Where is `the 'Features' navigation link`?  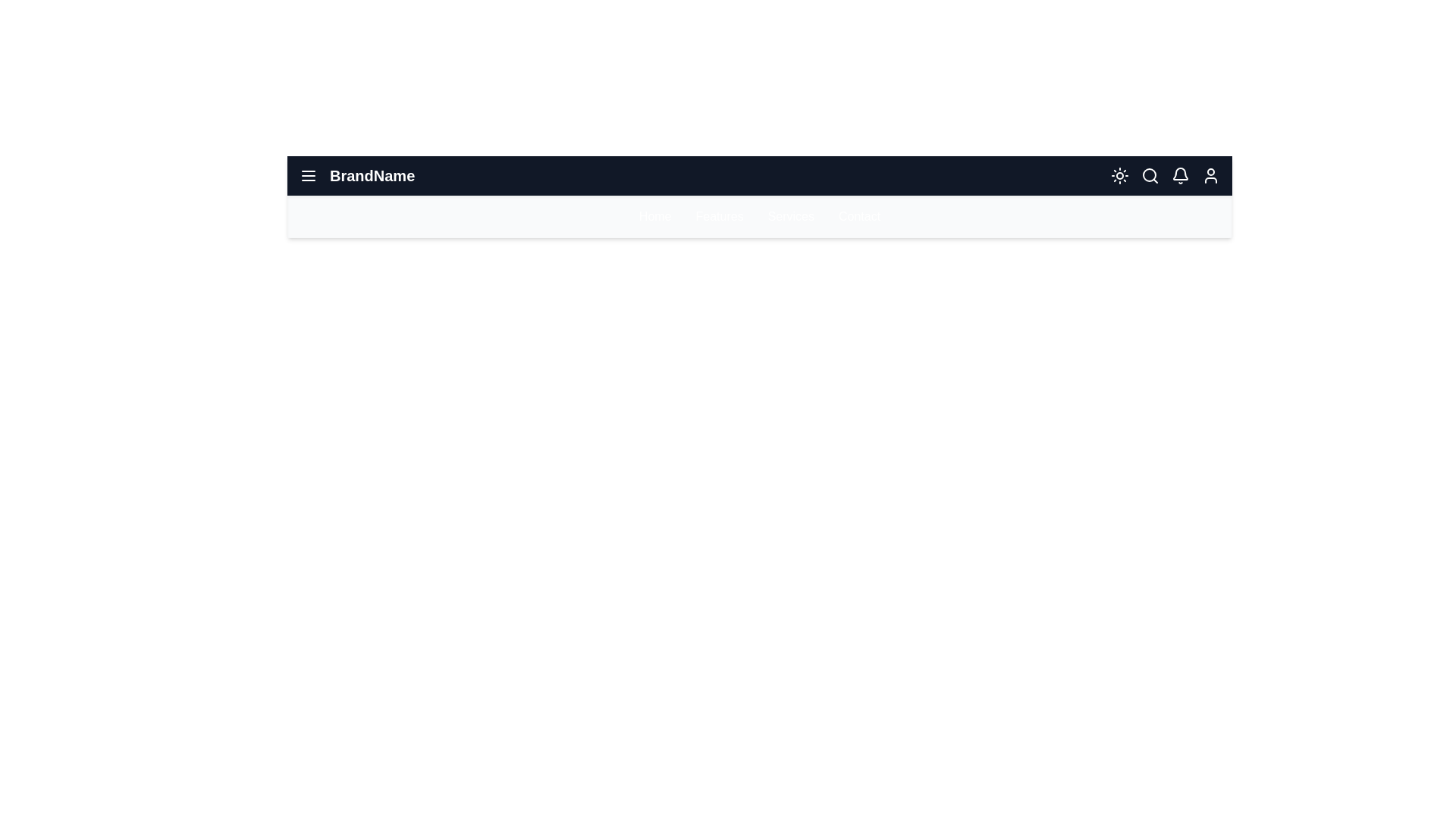 the 'Features' navigation link is located at coordinates (719, 216).